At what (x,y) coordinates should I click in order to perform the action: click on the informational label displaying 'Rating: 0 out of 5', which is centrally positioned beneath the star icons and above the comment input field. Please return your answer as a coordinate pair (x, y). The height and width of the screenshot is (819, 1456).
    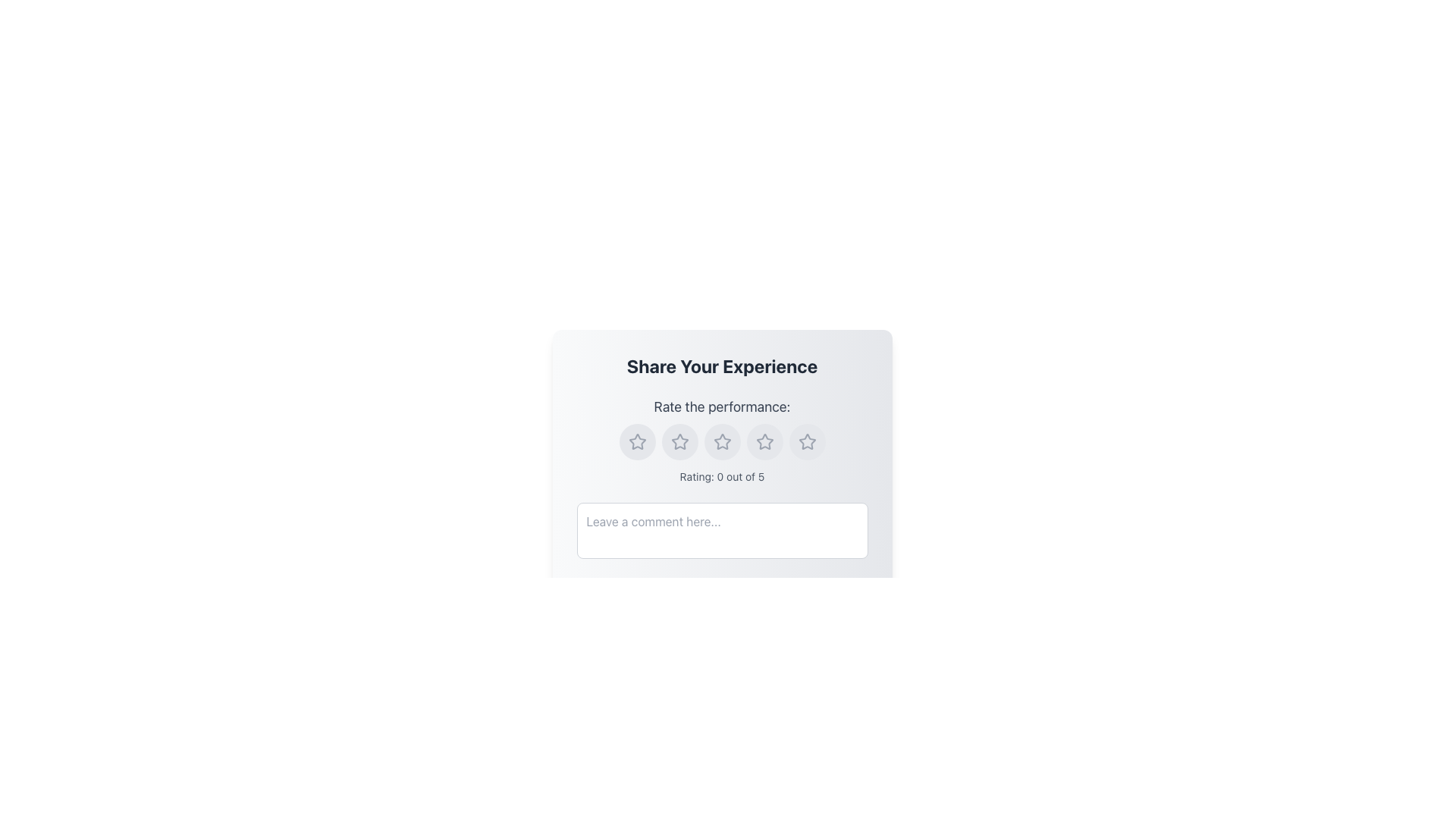
    Looking at the image, I should click on (721, 475).